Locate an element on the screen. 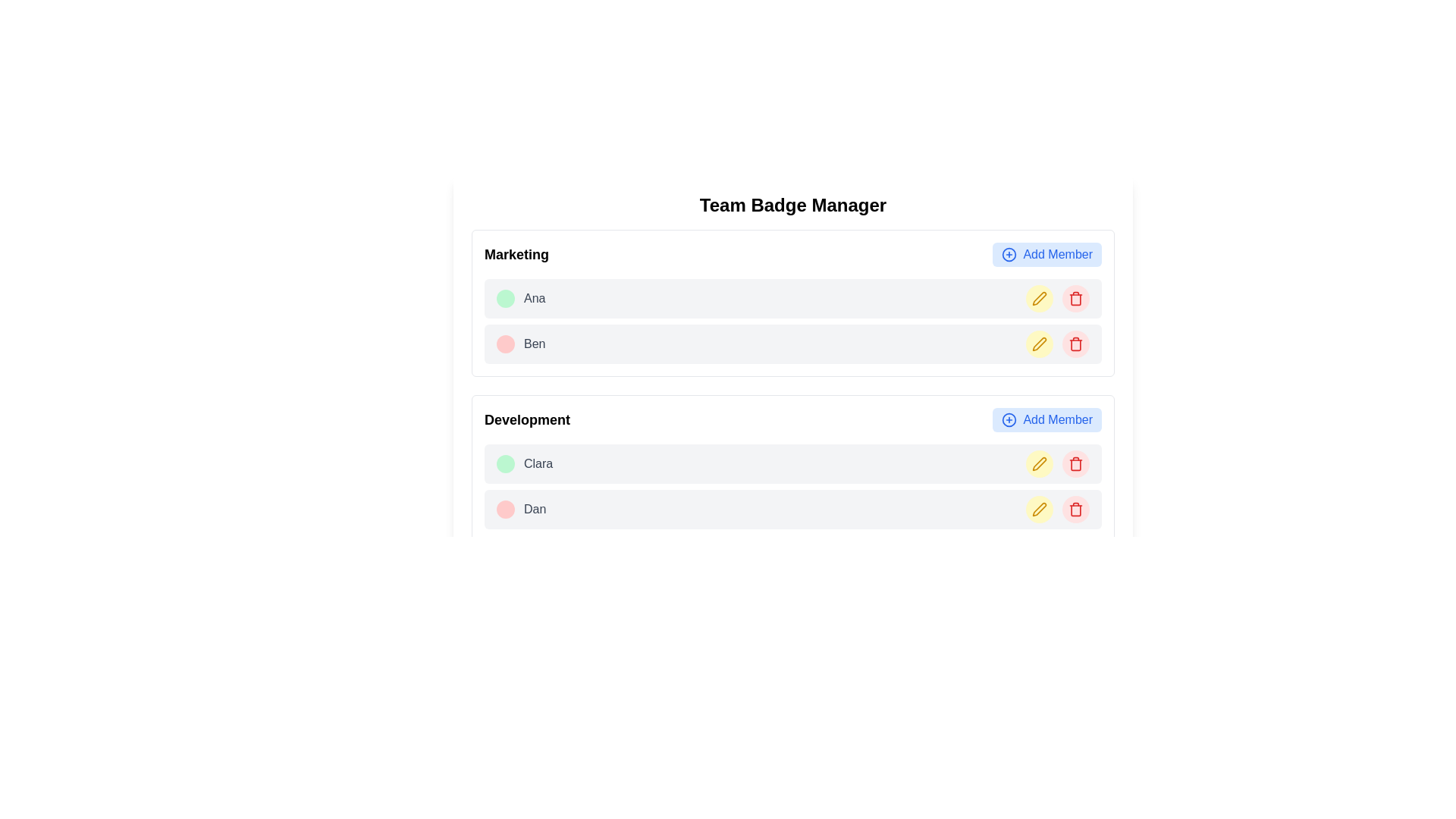 The height and width of the screenshot is (819, 1456). the circular yellow button with a pen icon located in the Marketing department section associated with user 'Ben' is located at coordinates (1039, 298).